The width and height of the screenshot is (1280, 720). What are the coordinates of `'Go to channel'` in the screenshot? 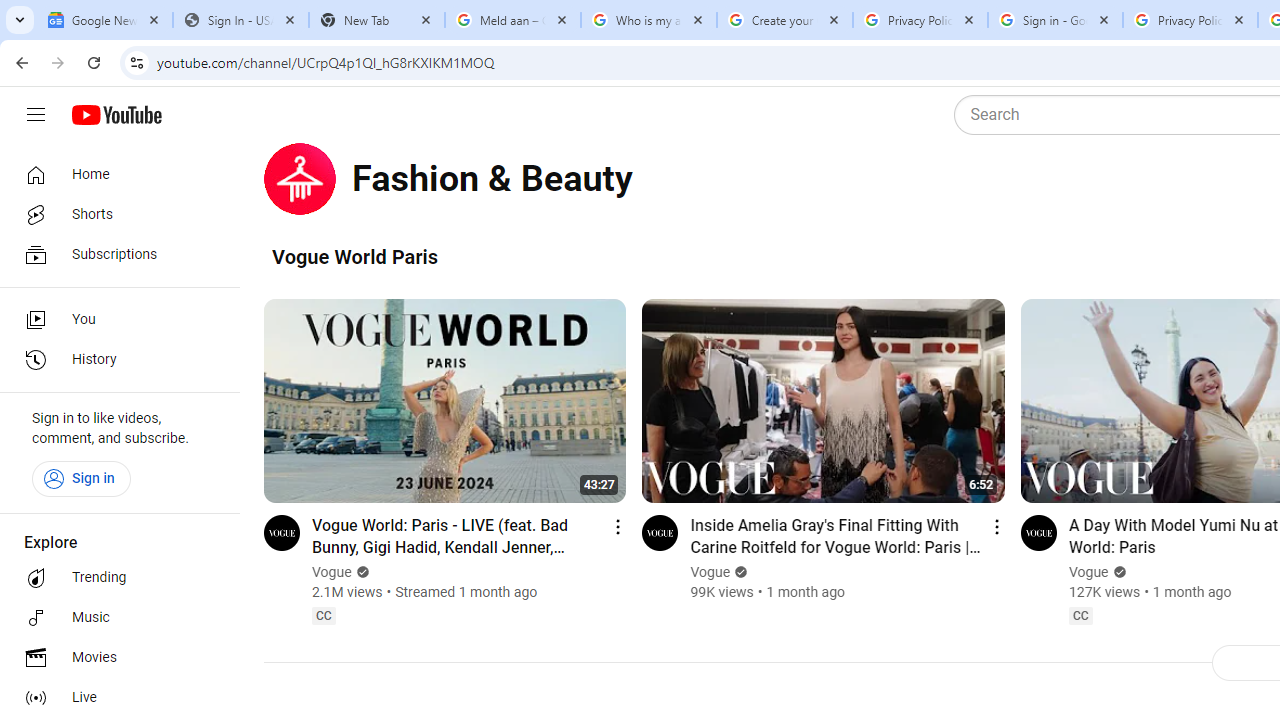 It's located at (1038, 531).